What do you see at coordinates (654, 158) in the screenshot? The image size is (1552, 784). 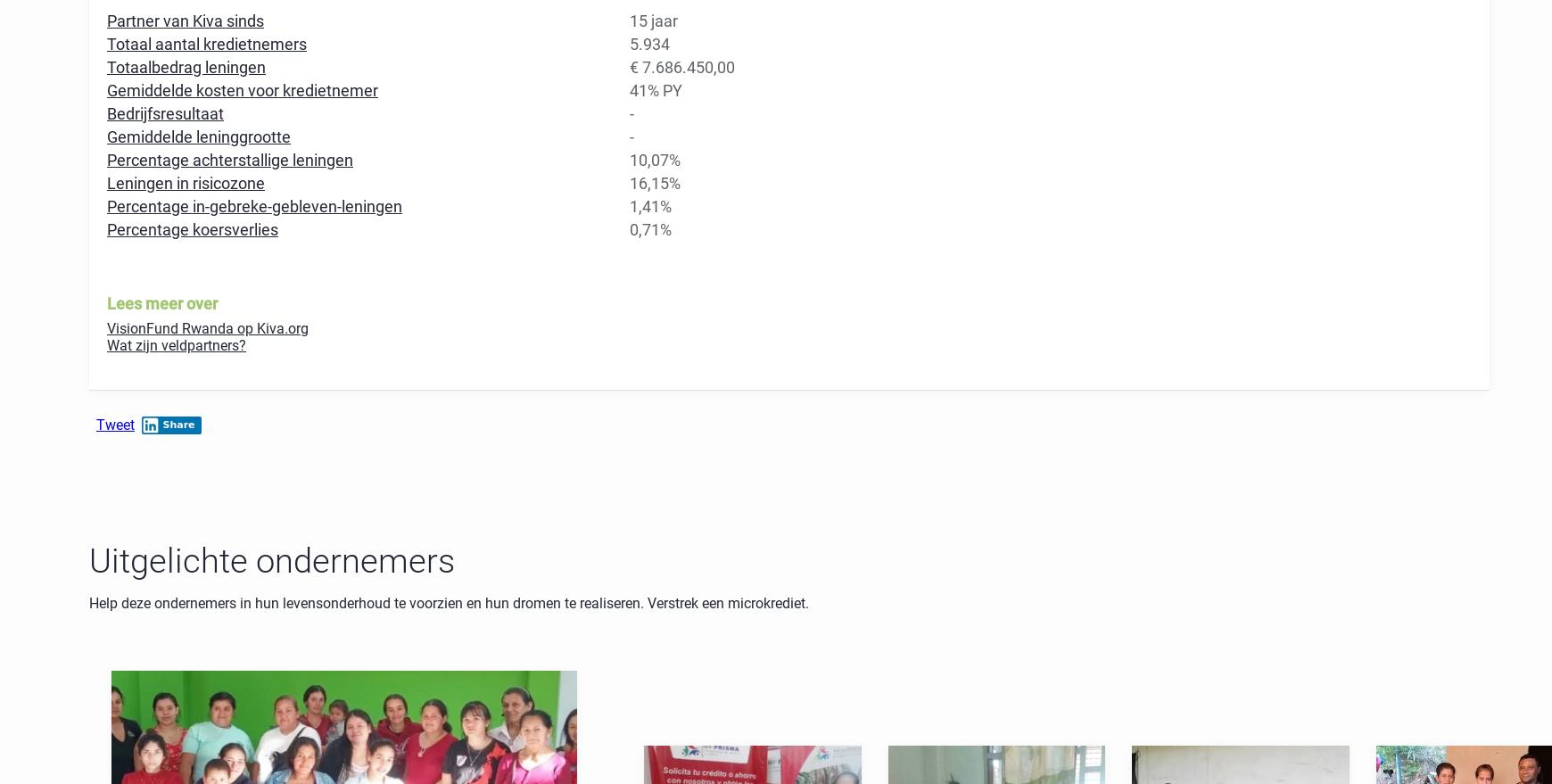 I see `'10,07%'` at bounding box center [654, 158].